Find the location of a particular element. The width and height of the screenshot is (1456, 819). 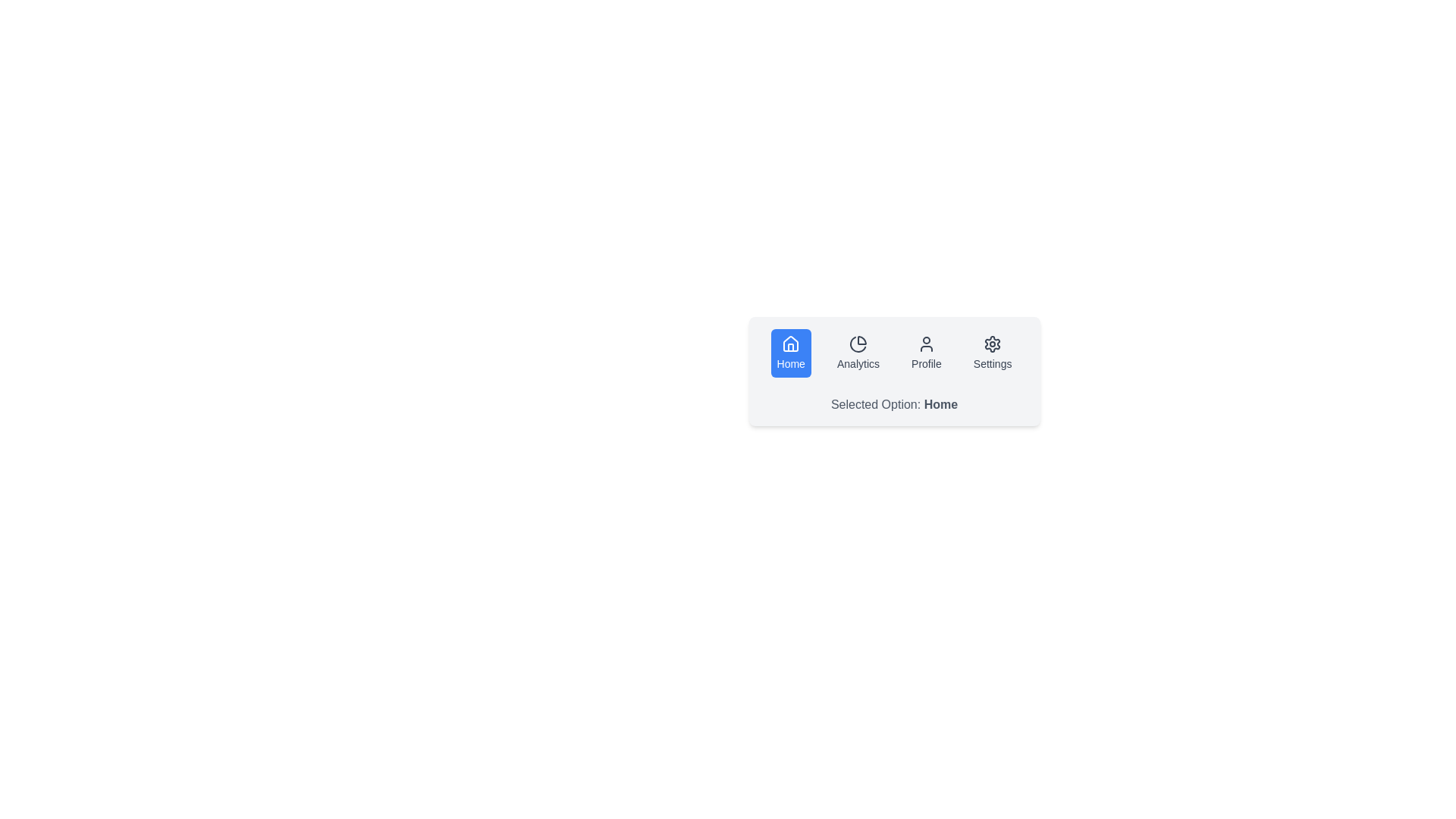

the 'Profile' button, which has a circular user icon and is the third item in the navigation bar is located at coordinates (925, 353).